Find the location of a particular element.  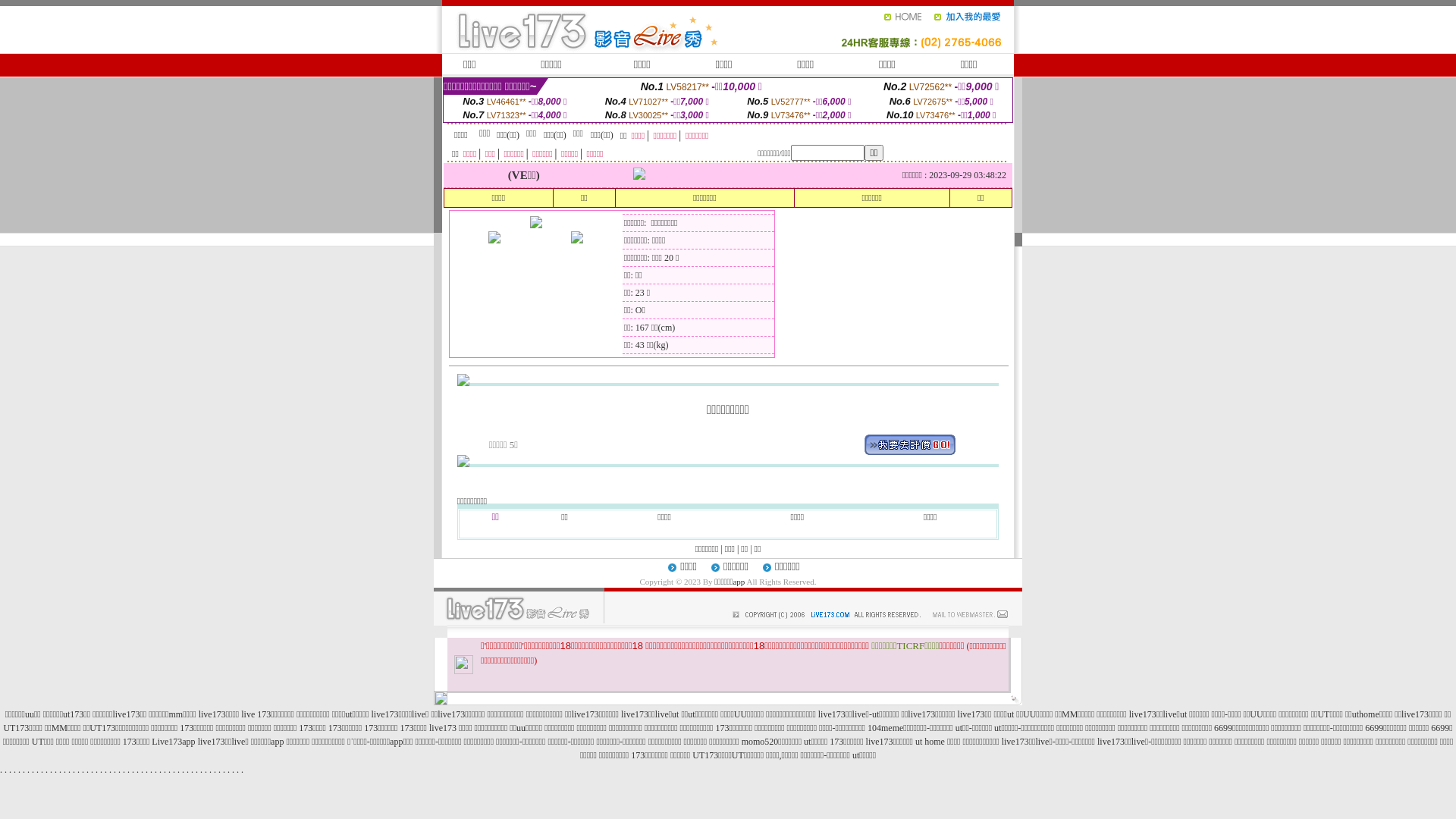

'.' is located at coordinates (19, 769).